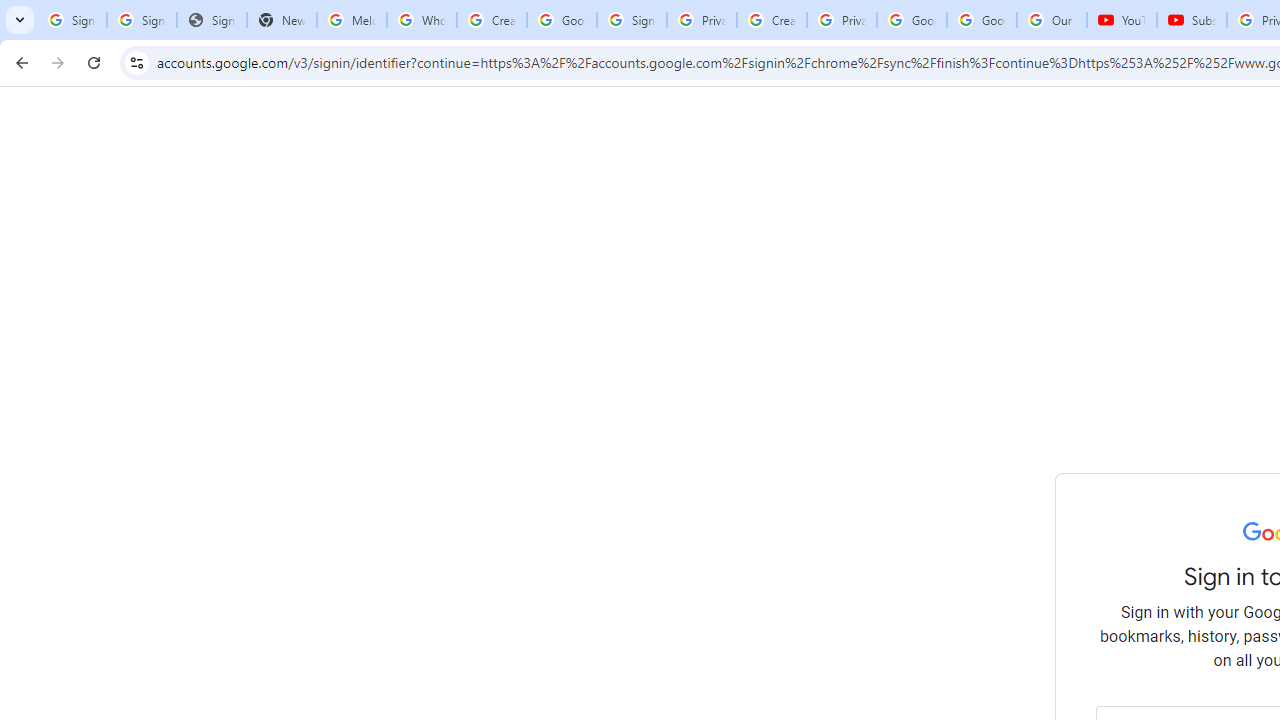  Describe the element at coordinates (1192, 20) in the screenshot. I see `'Subscriptions - YouTube'` at that location.